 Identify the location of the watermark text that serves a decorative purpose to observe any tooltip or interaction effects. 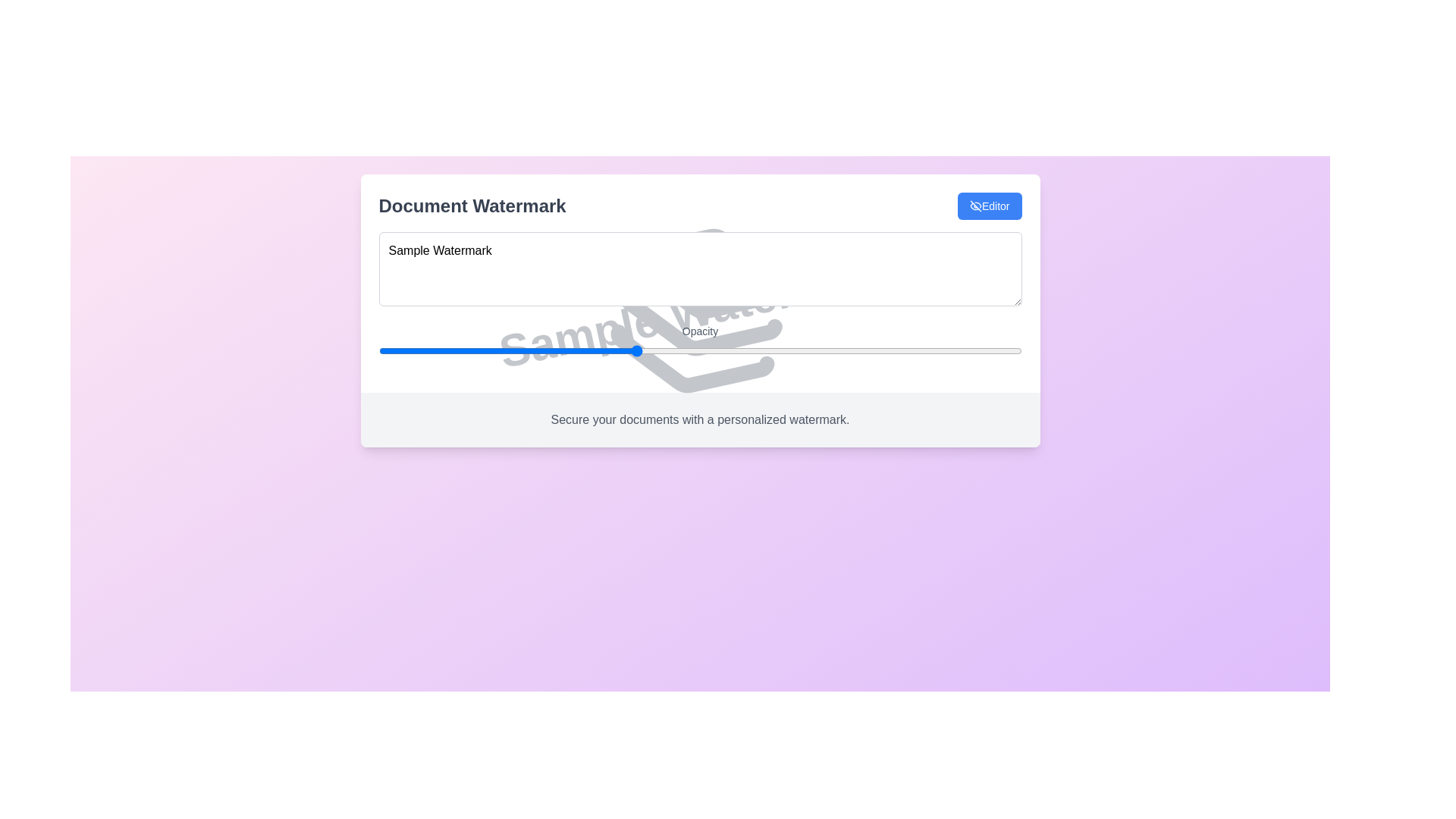
(699, 309).